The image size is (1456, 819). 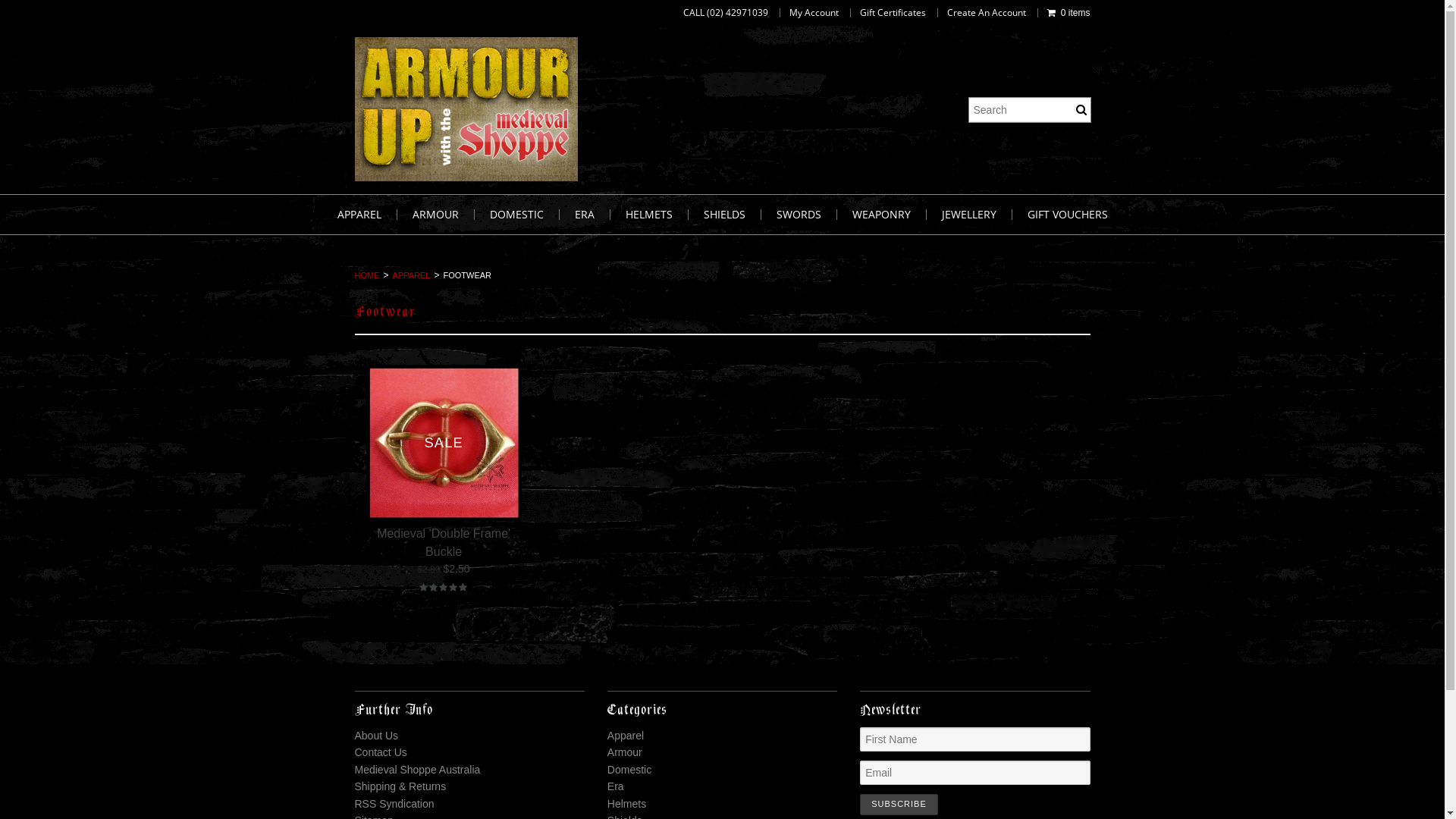 I want to click on 'Subscribe', so click(x=859, y=803).